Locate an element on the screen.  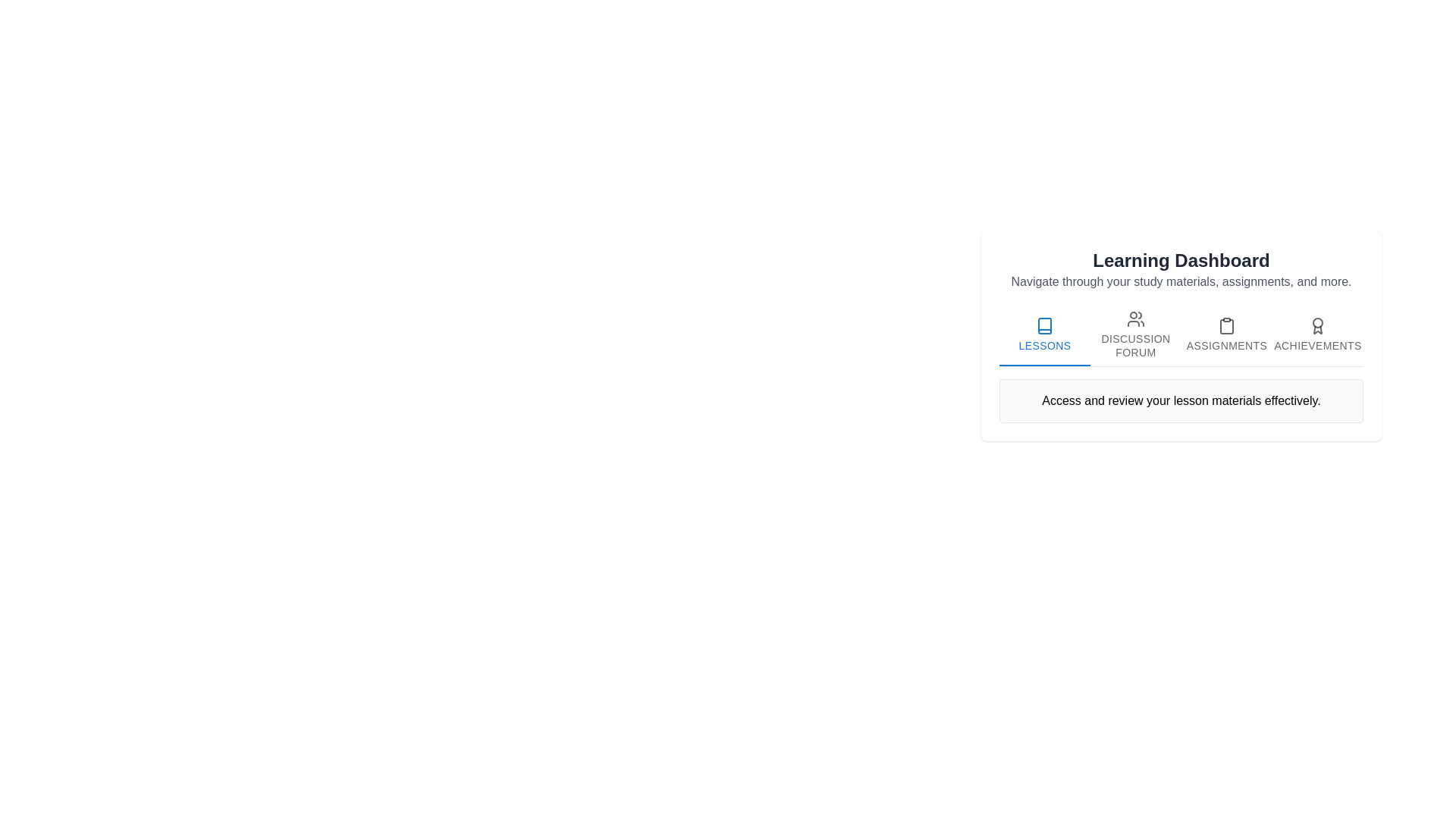
to select the 'ACHIEVEMENTS' tab located in the navigation bar, which is the fourth tab among its siblings, visually represented with an award-shaped icon and labeled in uppercase is located at coordinates (1316, 333).